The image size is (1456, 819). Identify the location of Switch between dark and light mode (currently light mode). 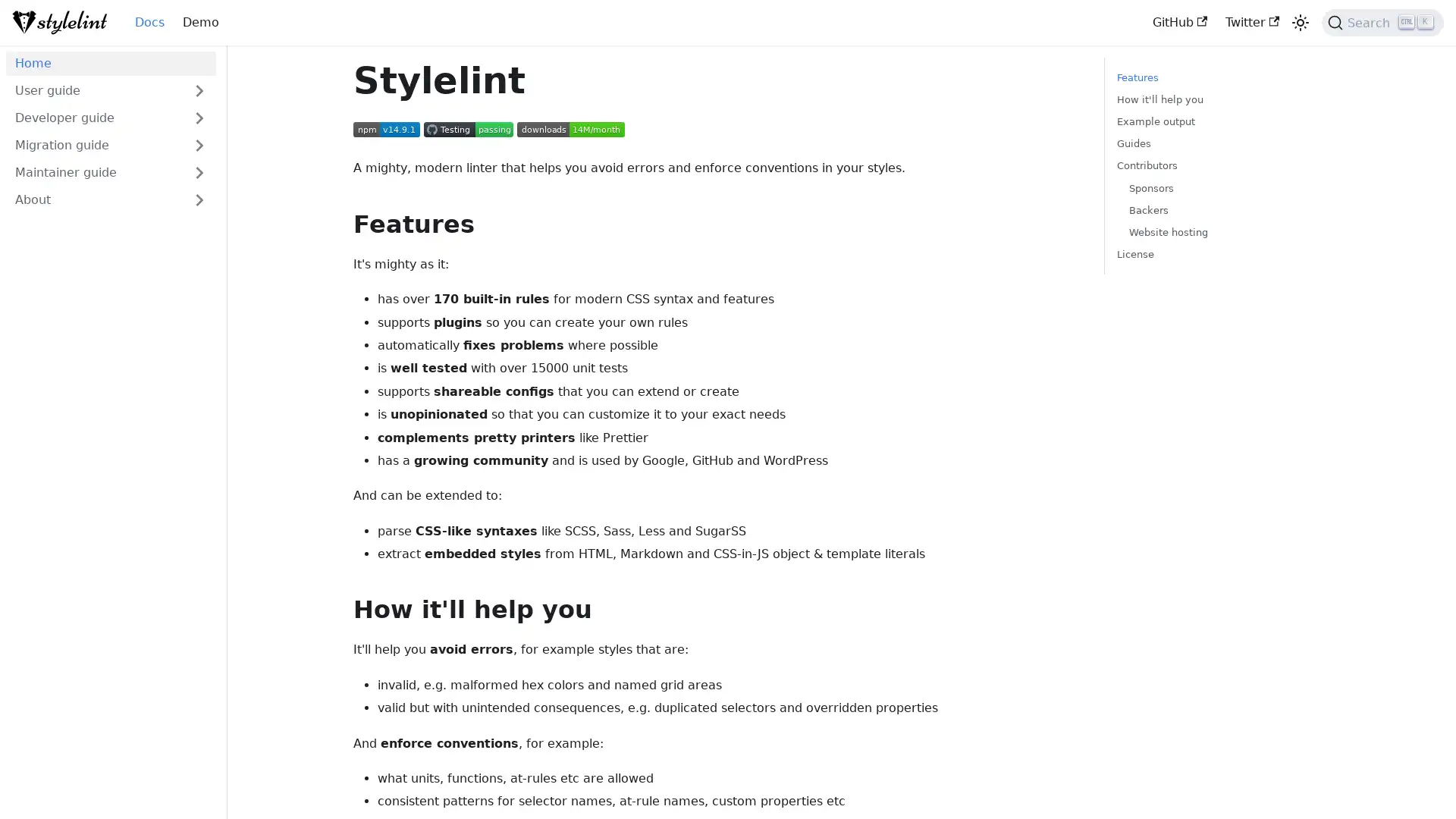
(1299, 23).